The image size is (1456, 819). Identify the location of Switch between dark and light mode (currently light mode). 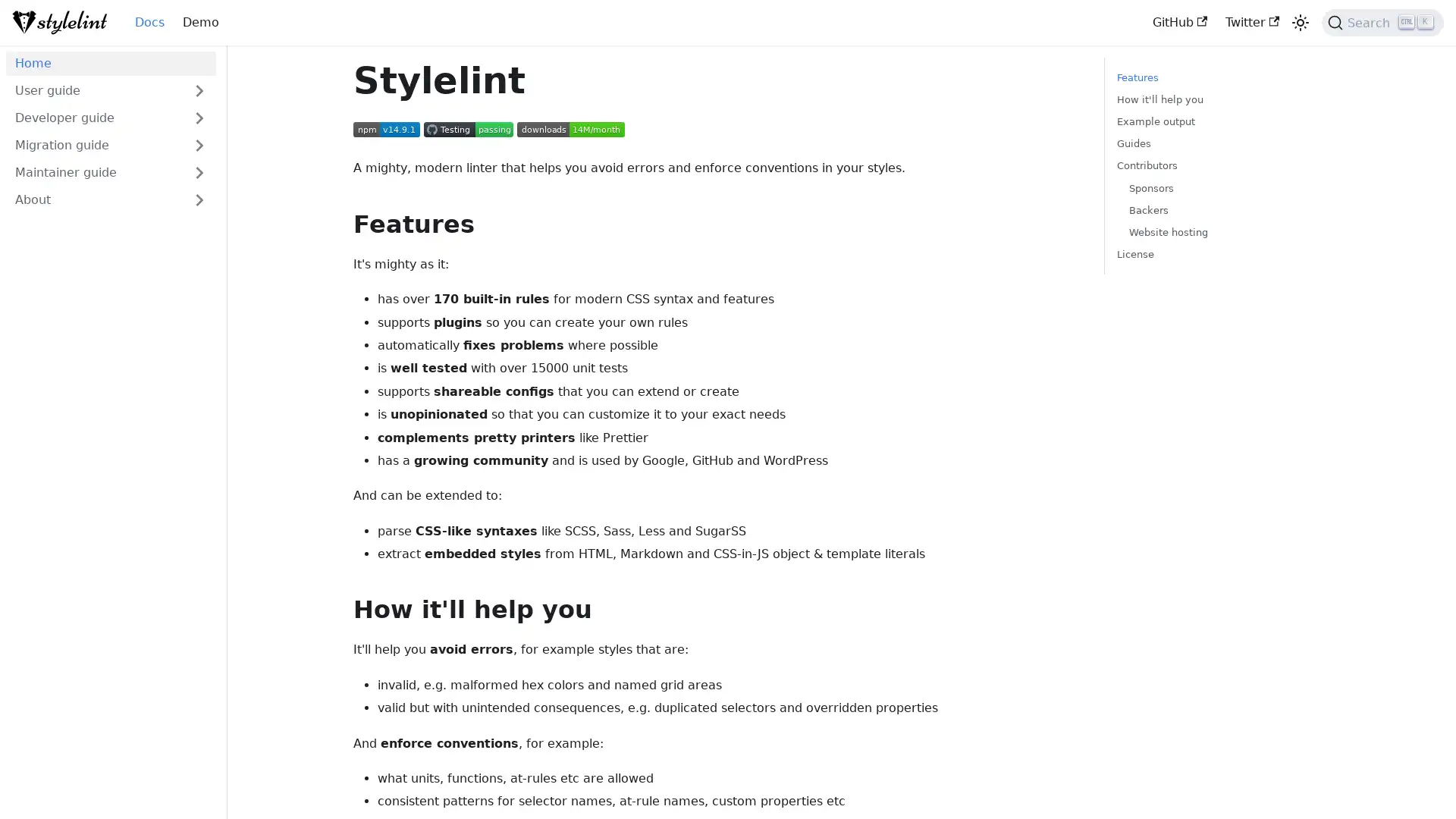
(1299, 23).